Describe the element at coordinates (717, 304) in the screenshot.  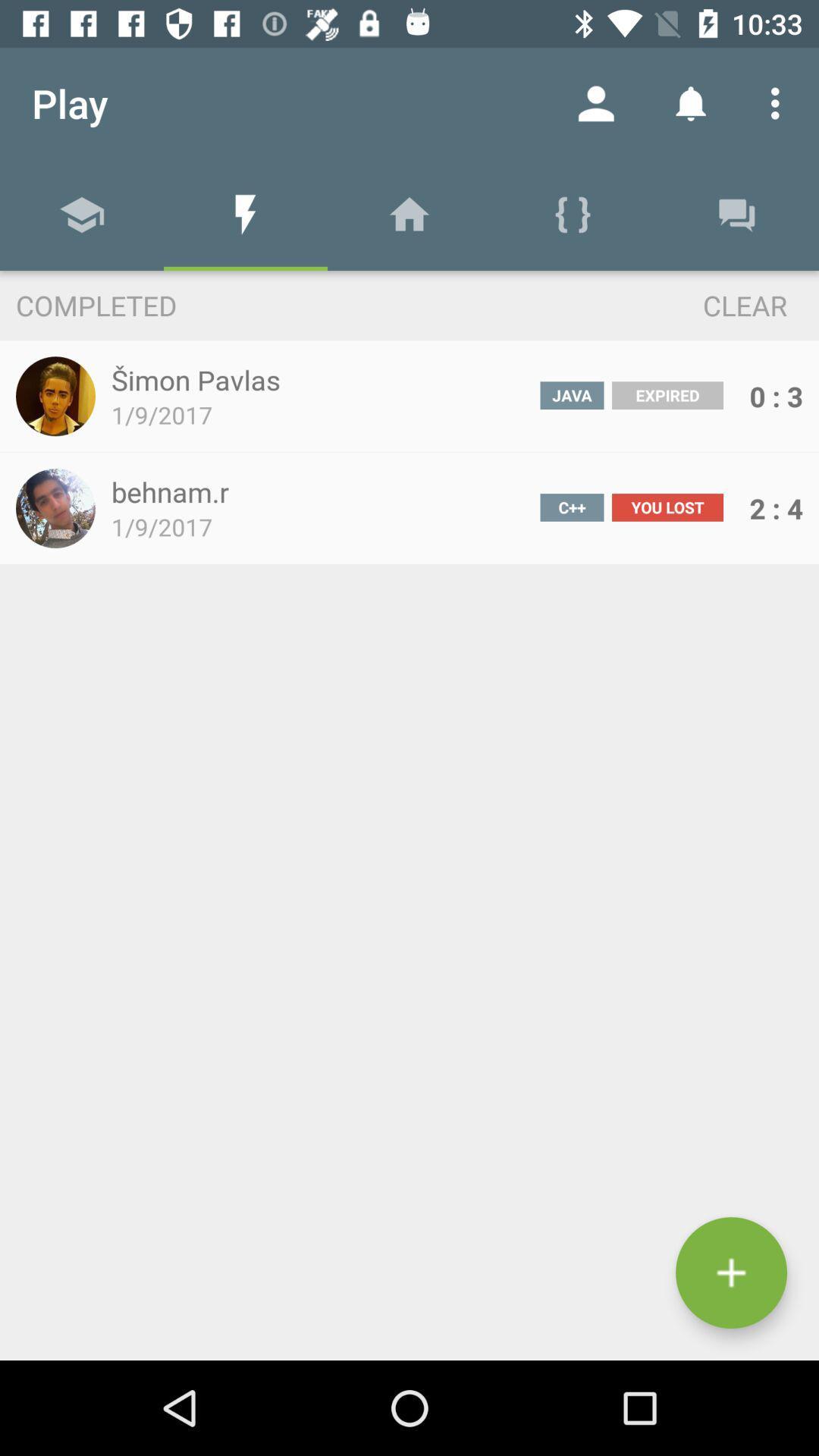
I see `the clear item` at that location.